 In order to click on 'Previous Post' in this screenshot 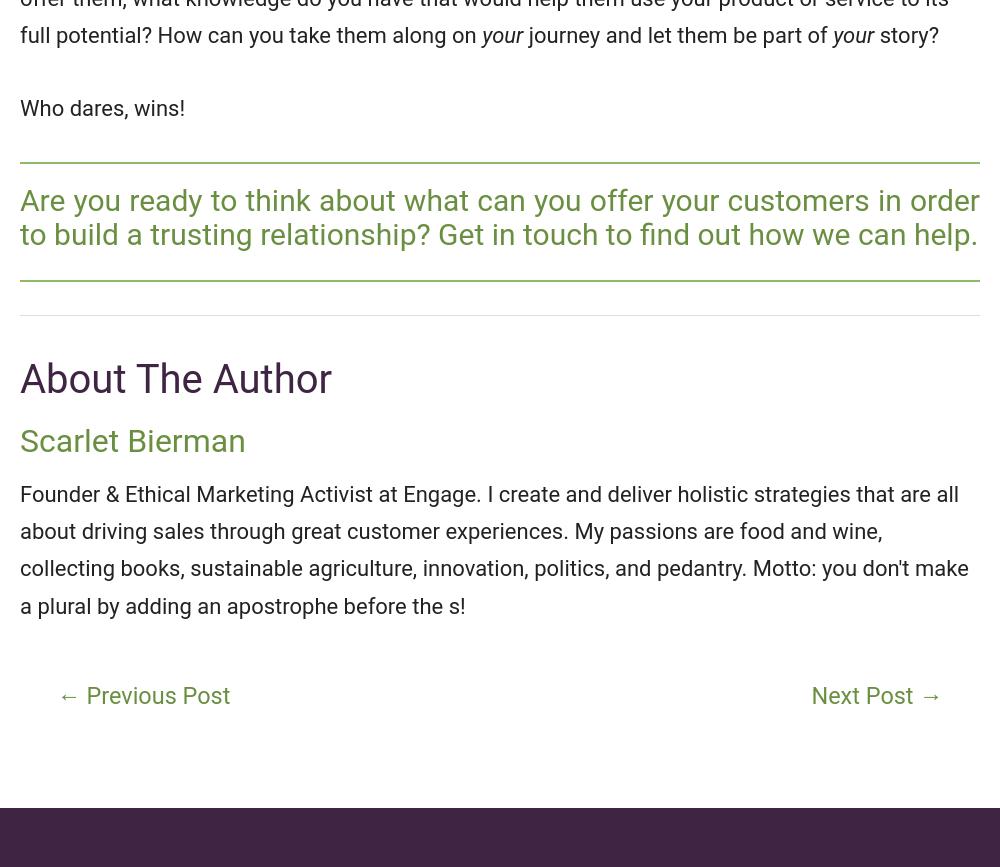, I will do `click(79, 695)`.